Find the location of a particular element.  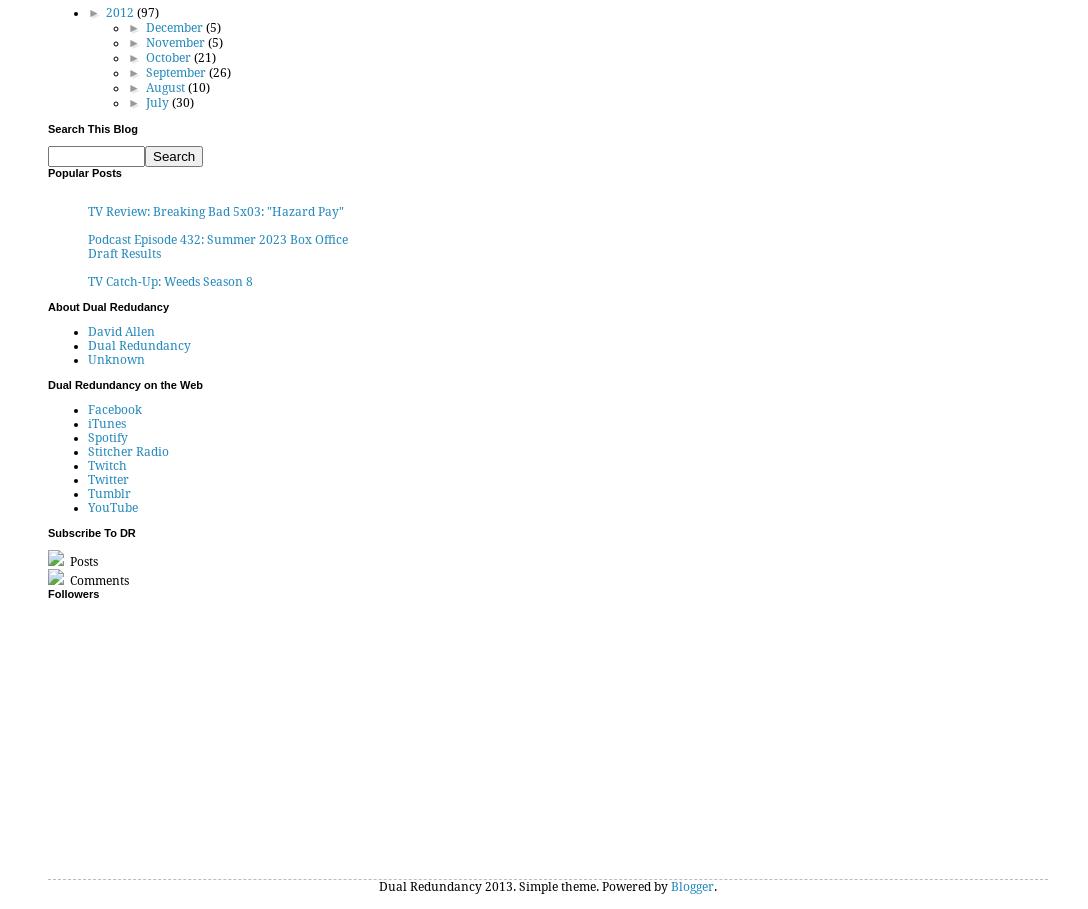

'Dual Redundancy' is located at coordinates (138, 345).